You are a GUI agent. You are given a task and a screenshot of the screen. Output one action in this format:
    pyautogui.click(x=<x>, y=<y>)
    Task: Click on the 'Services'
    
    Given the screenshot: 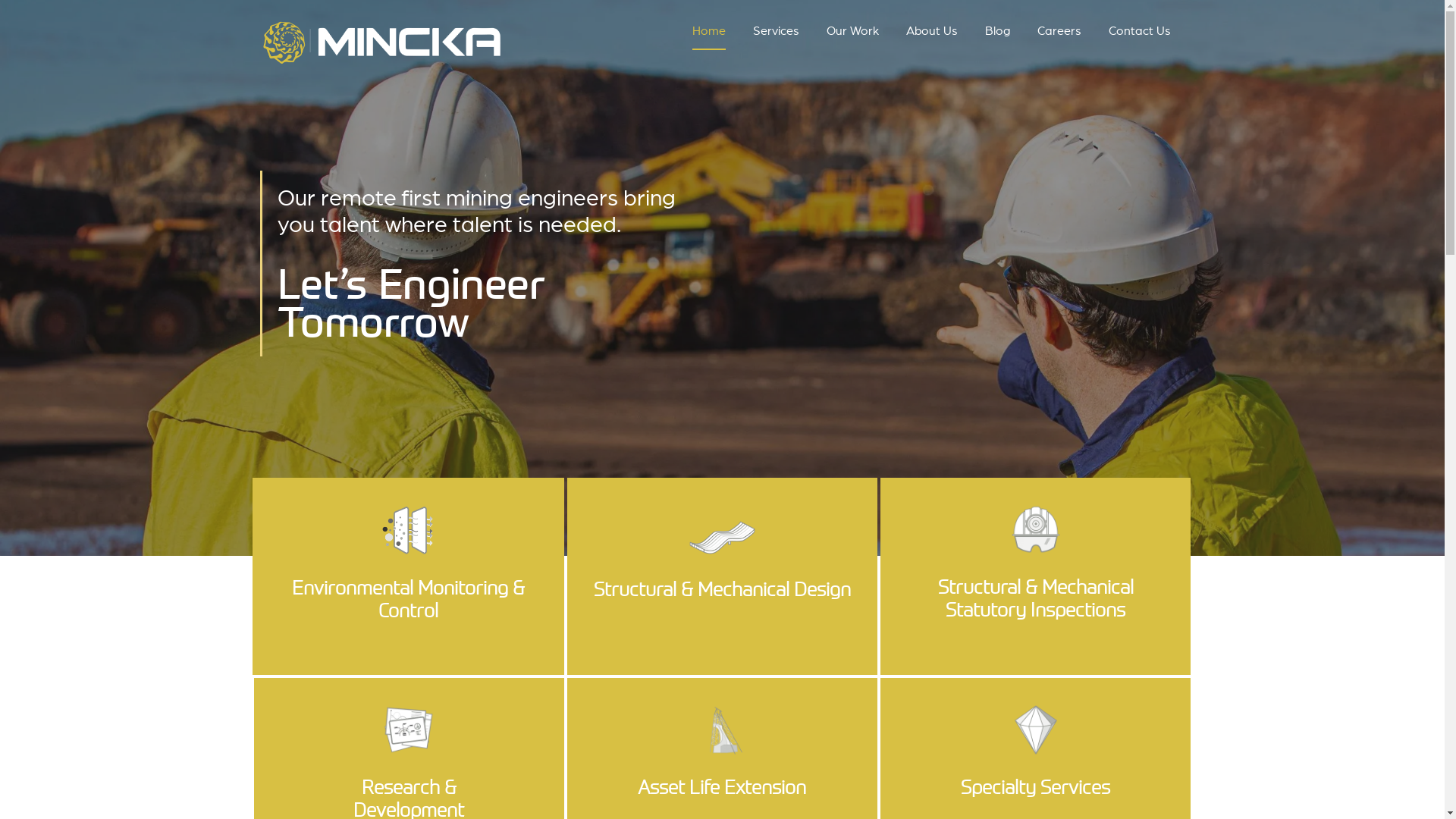 What is the action you would take?
    pyautogui.click(x=776, y=34)
    